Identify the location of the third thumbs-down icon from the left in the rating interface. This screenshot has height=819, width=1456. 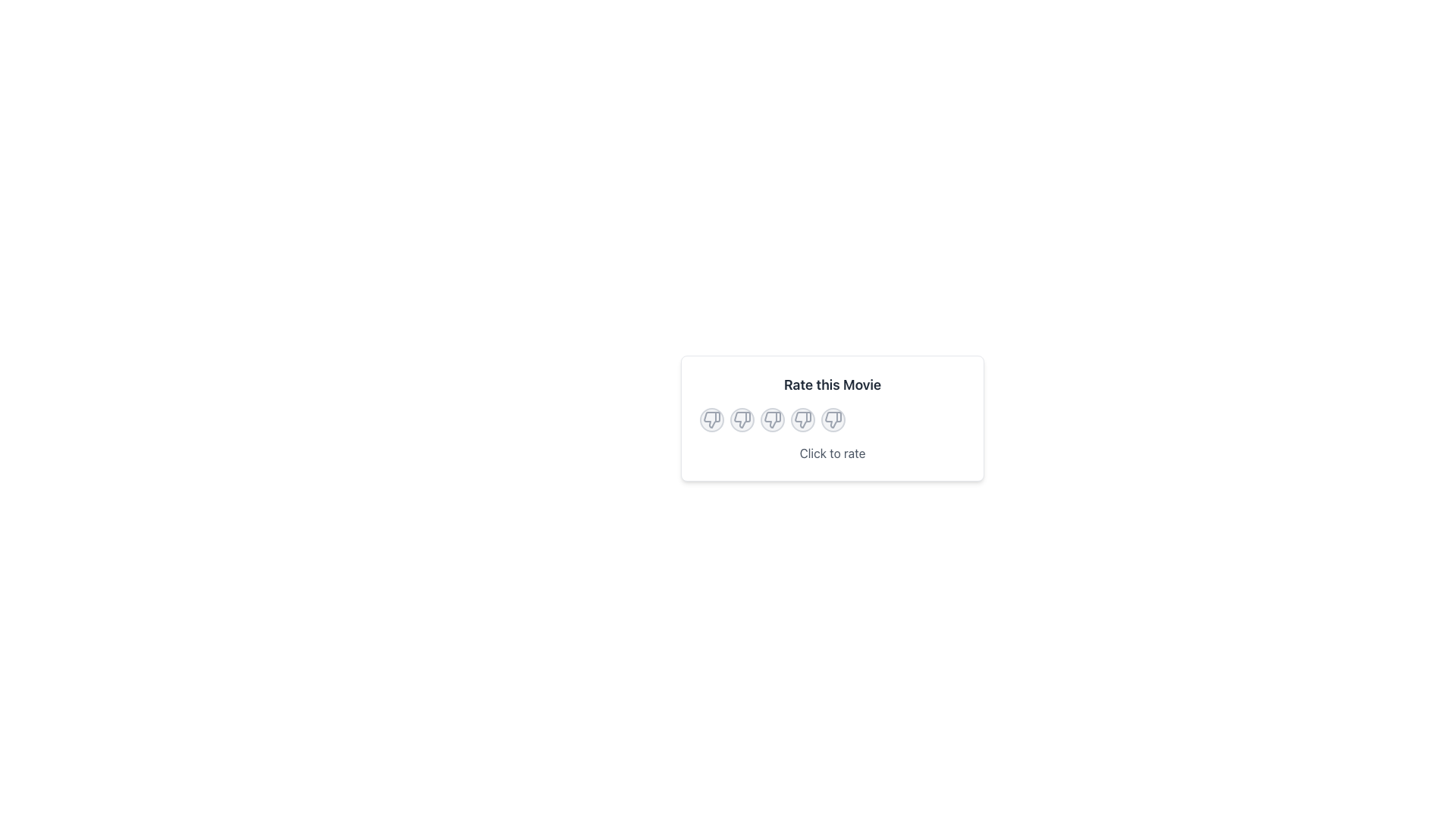
(772, 420).